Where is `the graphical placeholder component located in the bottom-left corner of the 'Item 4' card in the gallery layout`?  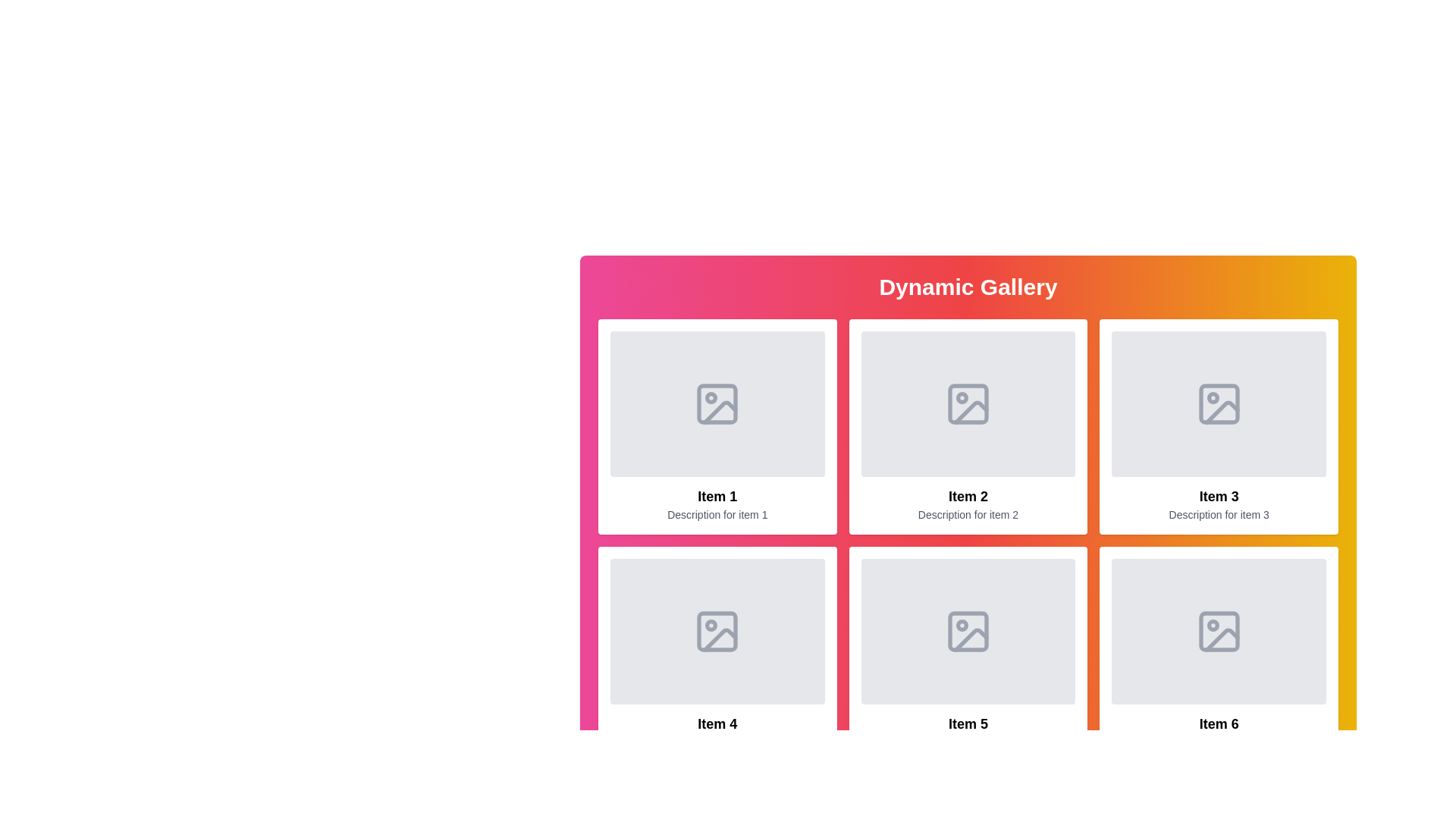
the graphical placeholder component located in the bottom-left corner of the 'Item 4' card in the gallery layout is located at coordinates (717, 632).